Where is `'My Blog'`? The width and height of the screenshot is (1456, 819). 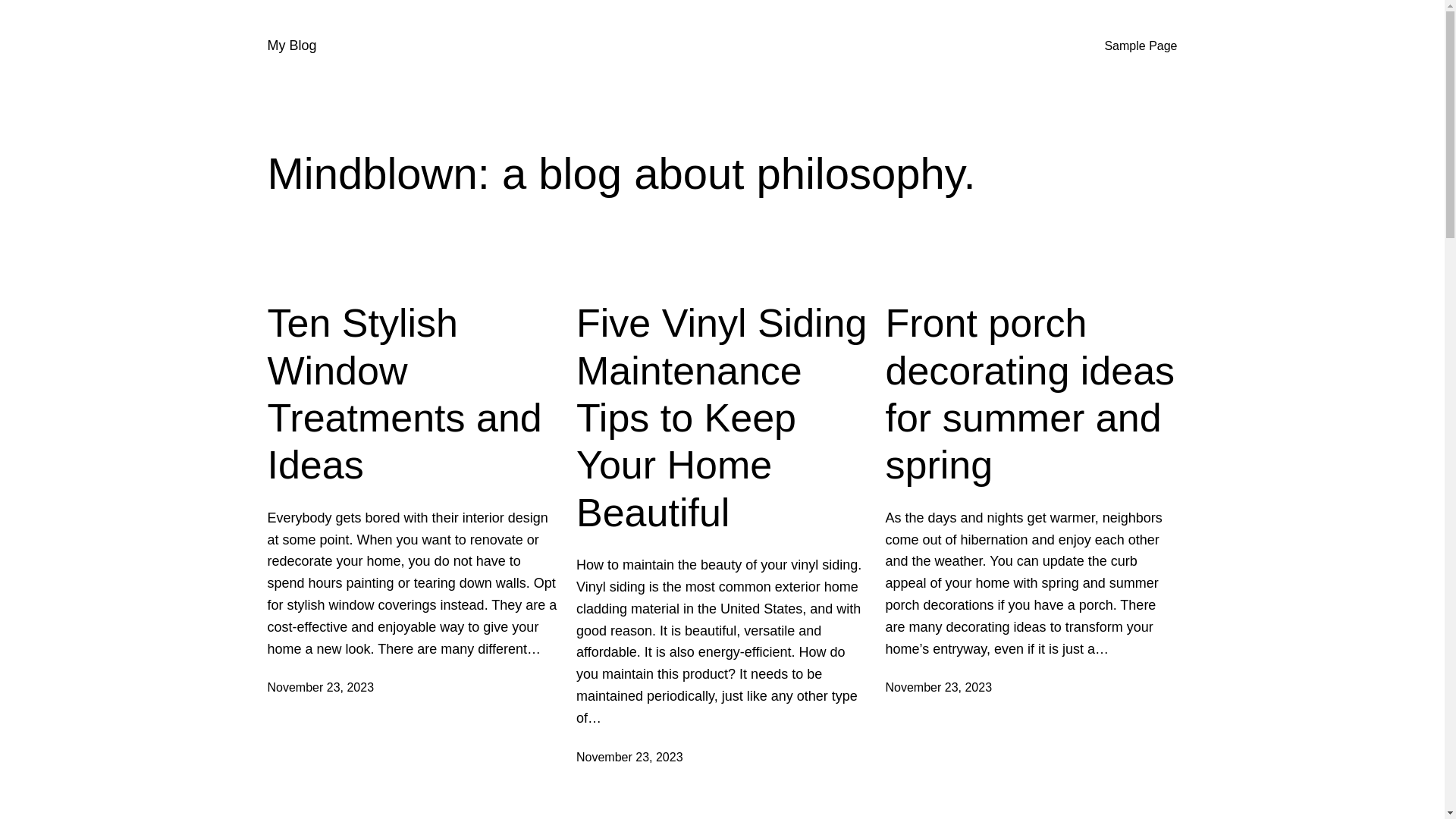 'My Blog' is located at coordinates (291, 45).